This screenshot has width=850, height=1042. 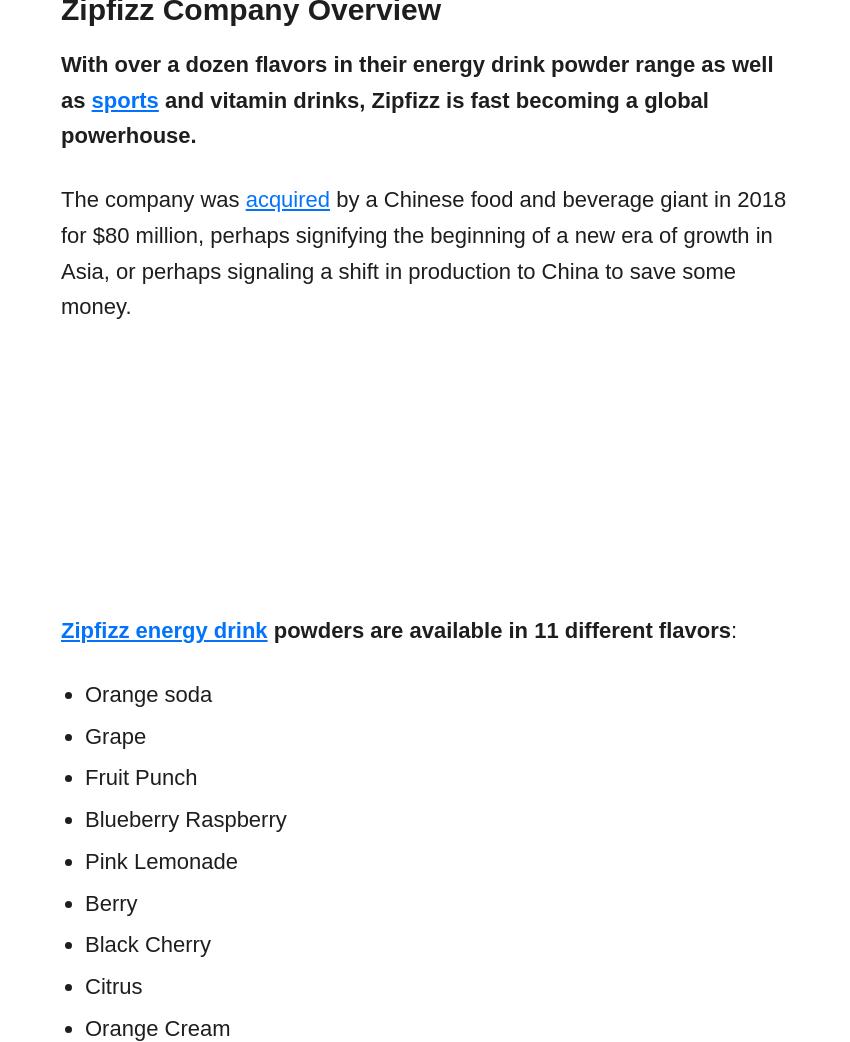 What do you see at coordinates (61, 80) in the screenshot?
I see `'With over a dozen flavors in their energy drink powder range as well as'` at bounding box center [61, 80].